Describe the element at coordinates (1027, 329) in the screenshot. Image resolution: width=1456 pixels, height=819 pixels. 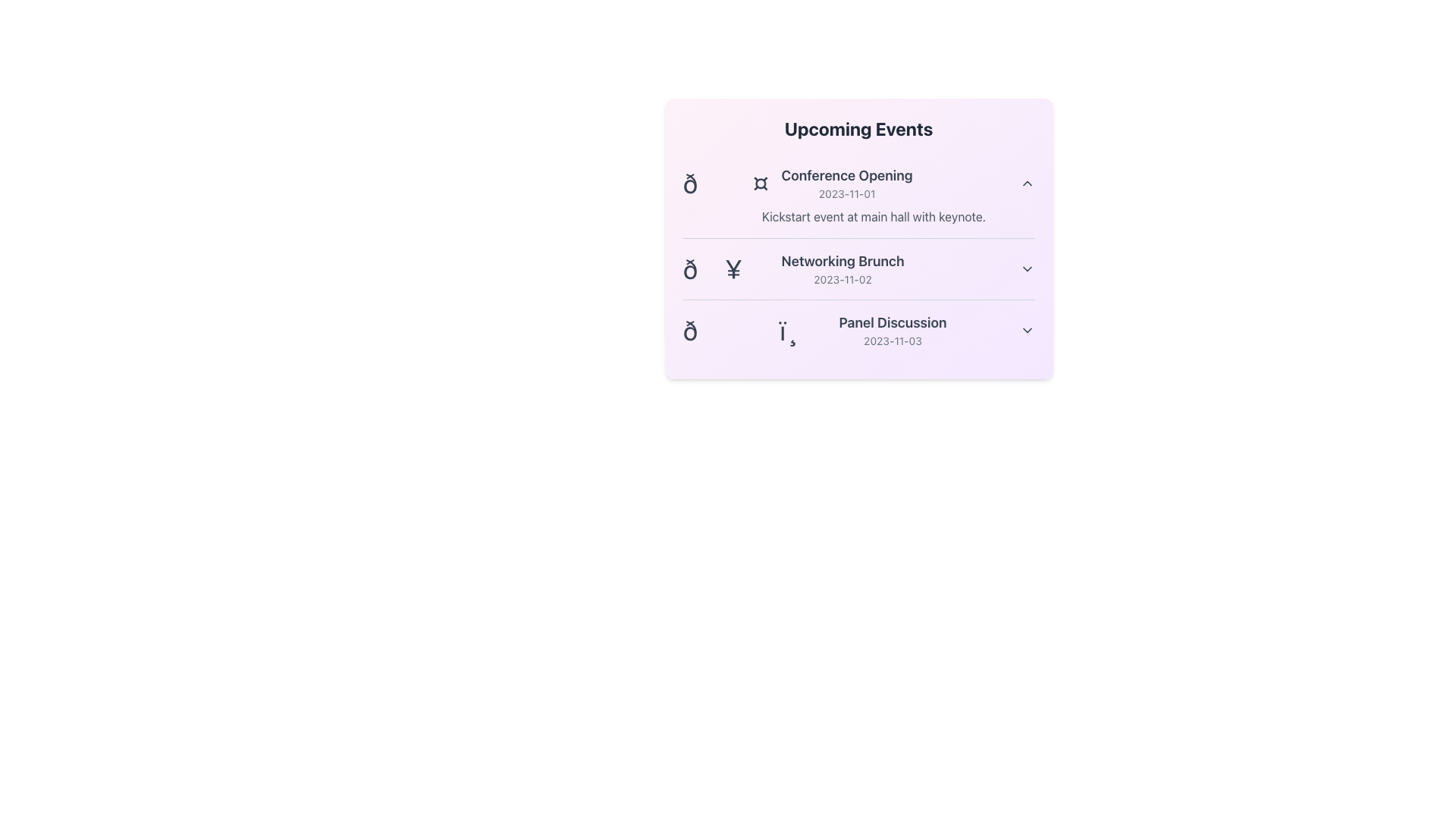
I see `the chevron icon indicating the expandable section of the 'Panel Discussion' event in the 'Upcoming Events' list` at that location.